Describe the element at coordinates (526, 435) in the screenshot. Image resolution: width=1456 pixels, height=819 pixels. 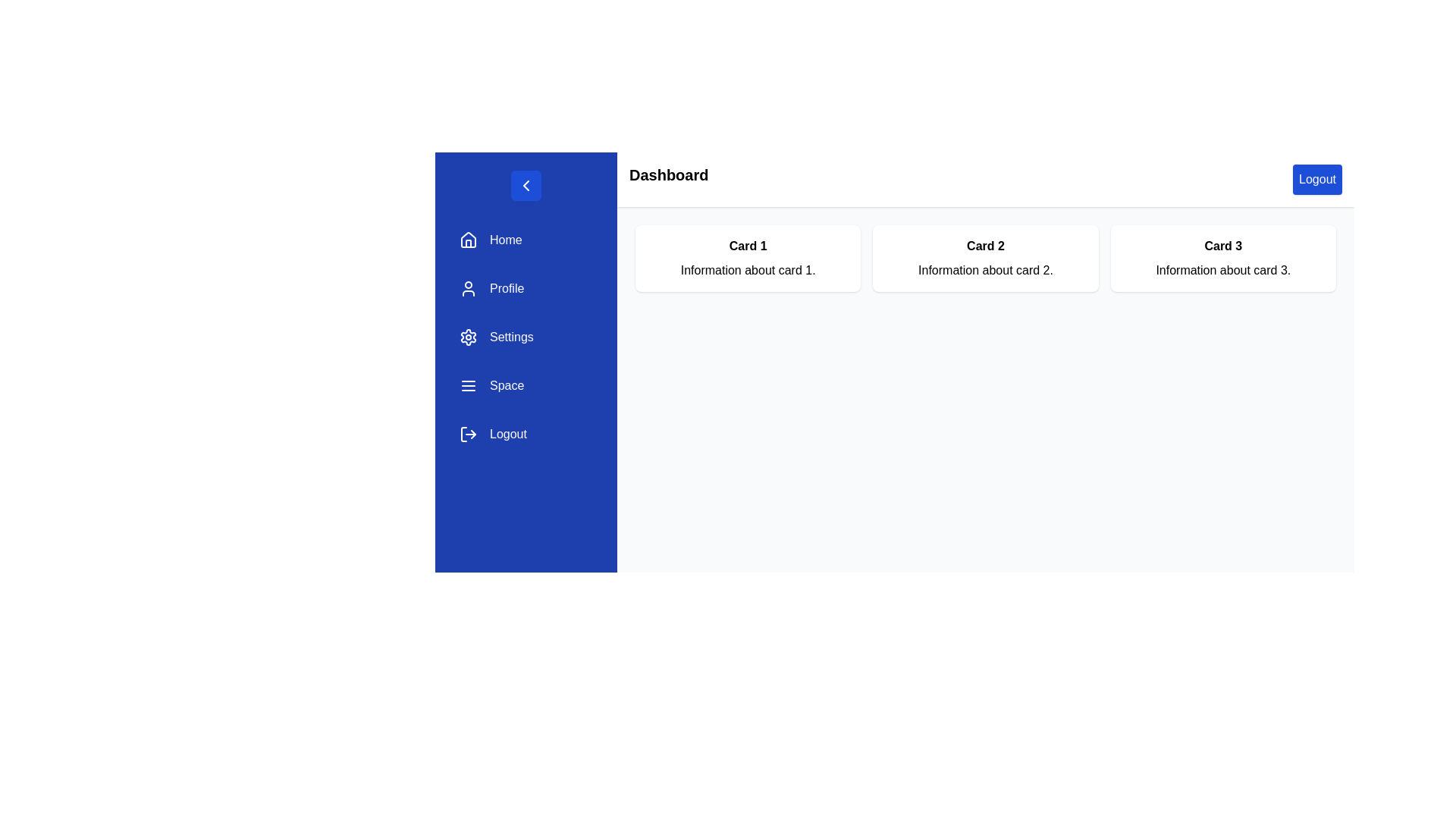
I see `the 'Logout' button located in the bottom-left corner of the vertical navigation menu` at that location.